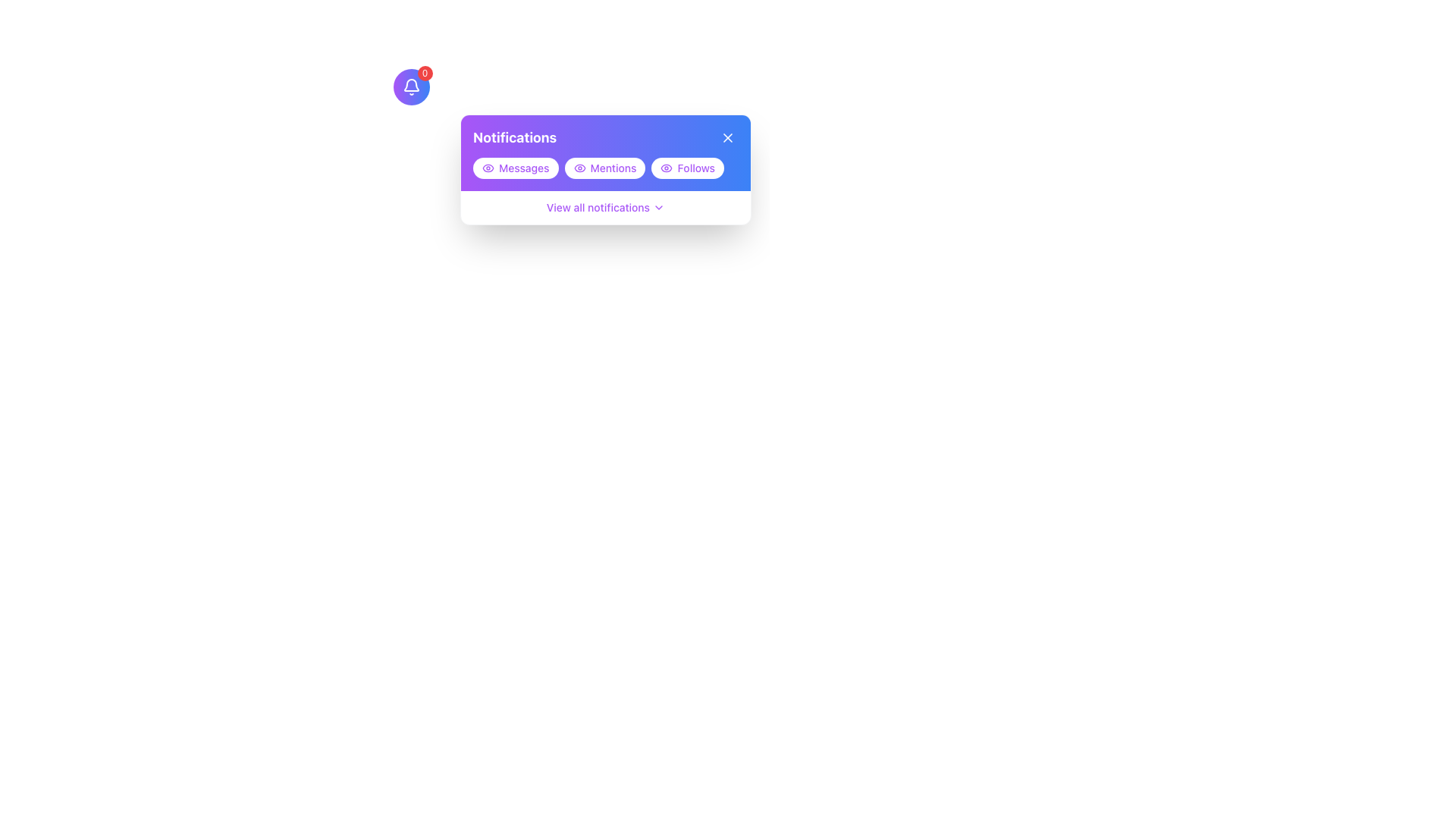  What do you see at coordinates (579, 168) in the screenshot?
I see `the eye icon located within the 'Mentions' notification panel, which is the only graphical component next to the 'Mentions' text` at bounding box center [579, 168].